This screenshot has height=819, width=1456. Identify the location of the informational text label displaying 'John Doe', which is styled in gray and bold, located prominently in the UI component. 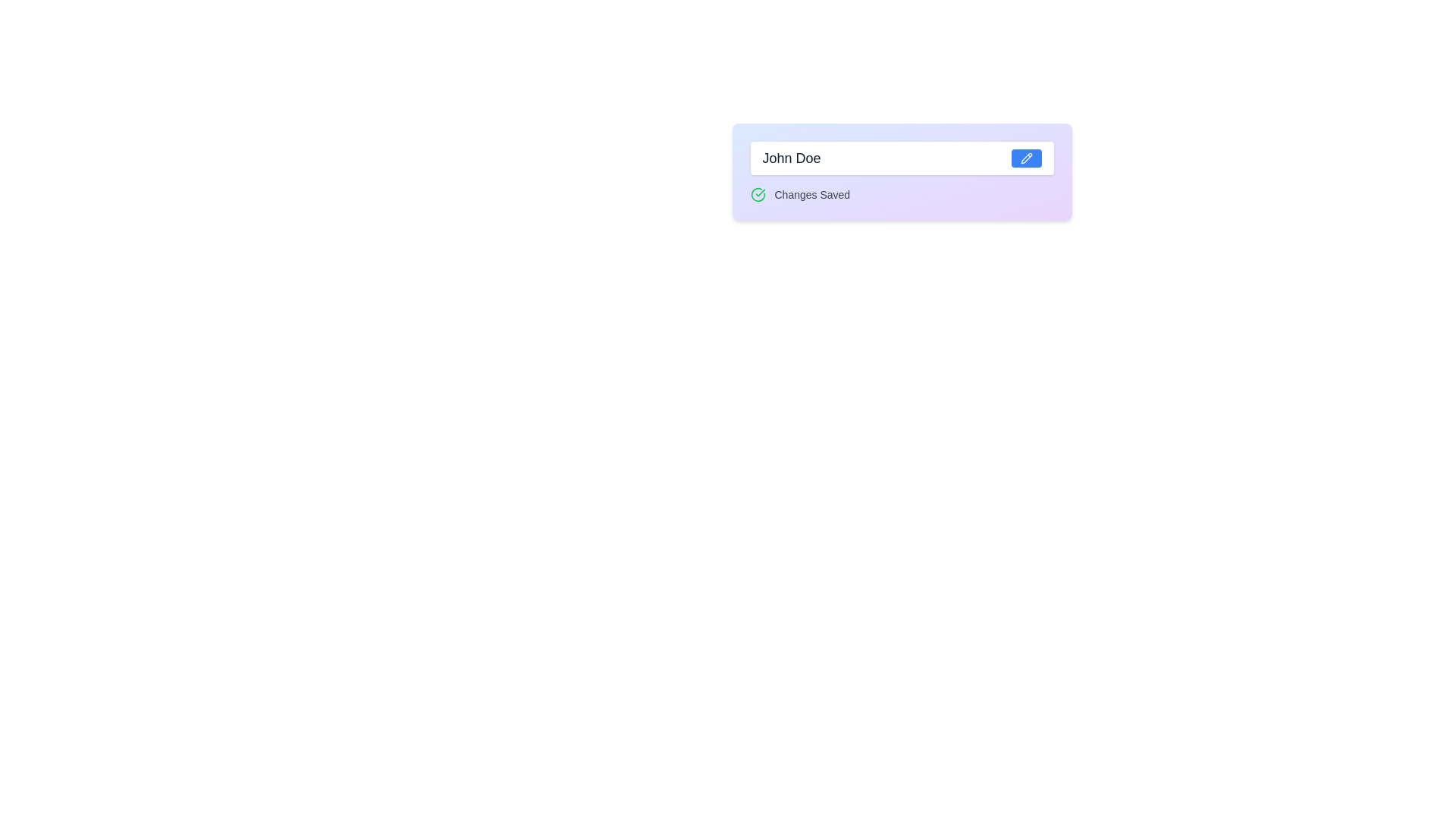
(791, 158).